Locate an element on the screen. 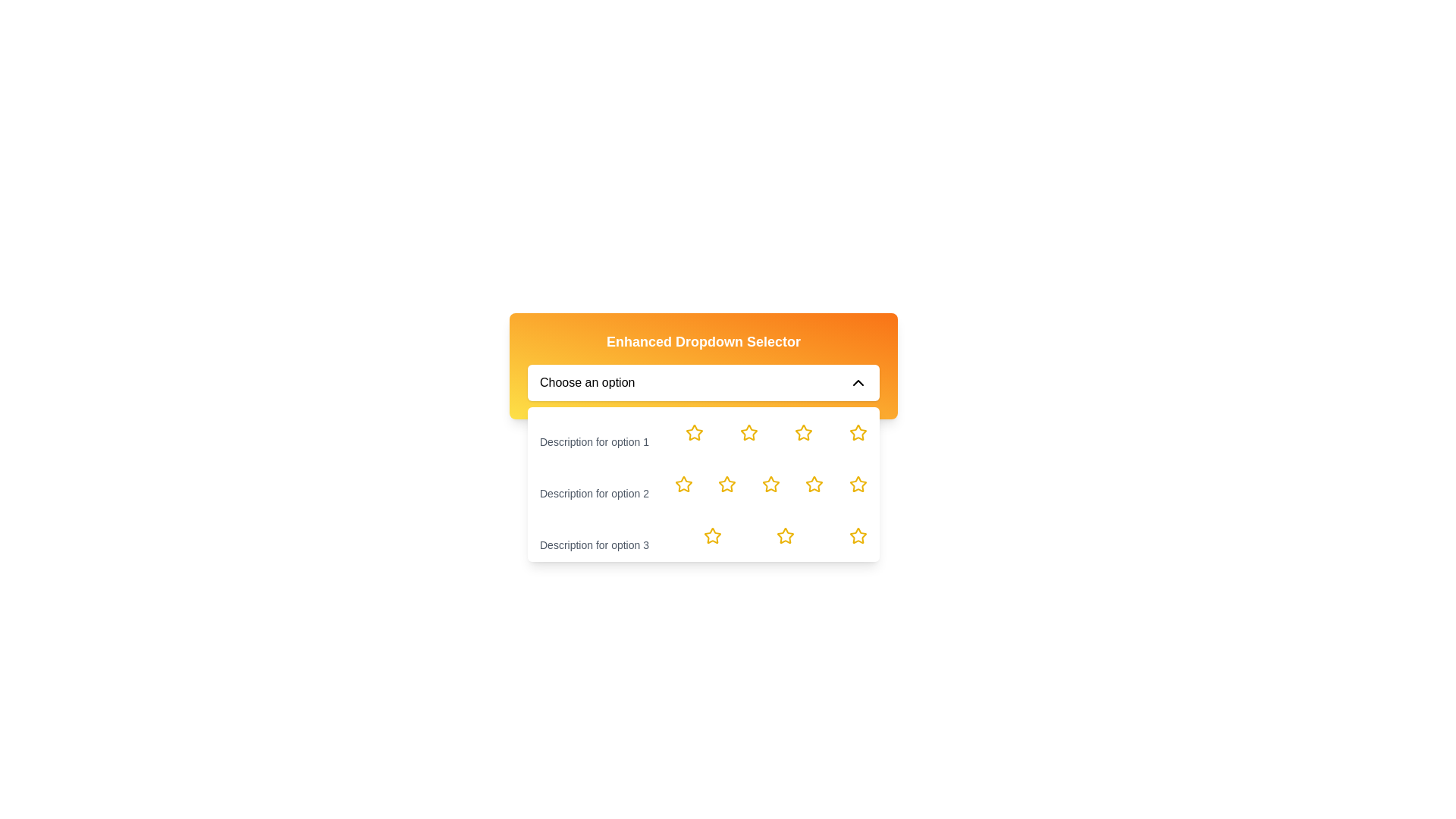 The image size is (1456, 819). the second star icon in the first row of the Enhanced Dropdown Selector is located at coordinates (749, 432).